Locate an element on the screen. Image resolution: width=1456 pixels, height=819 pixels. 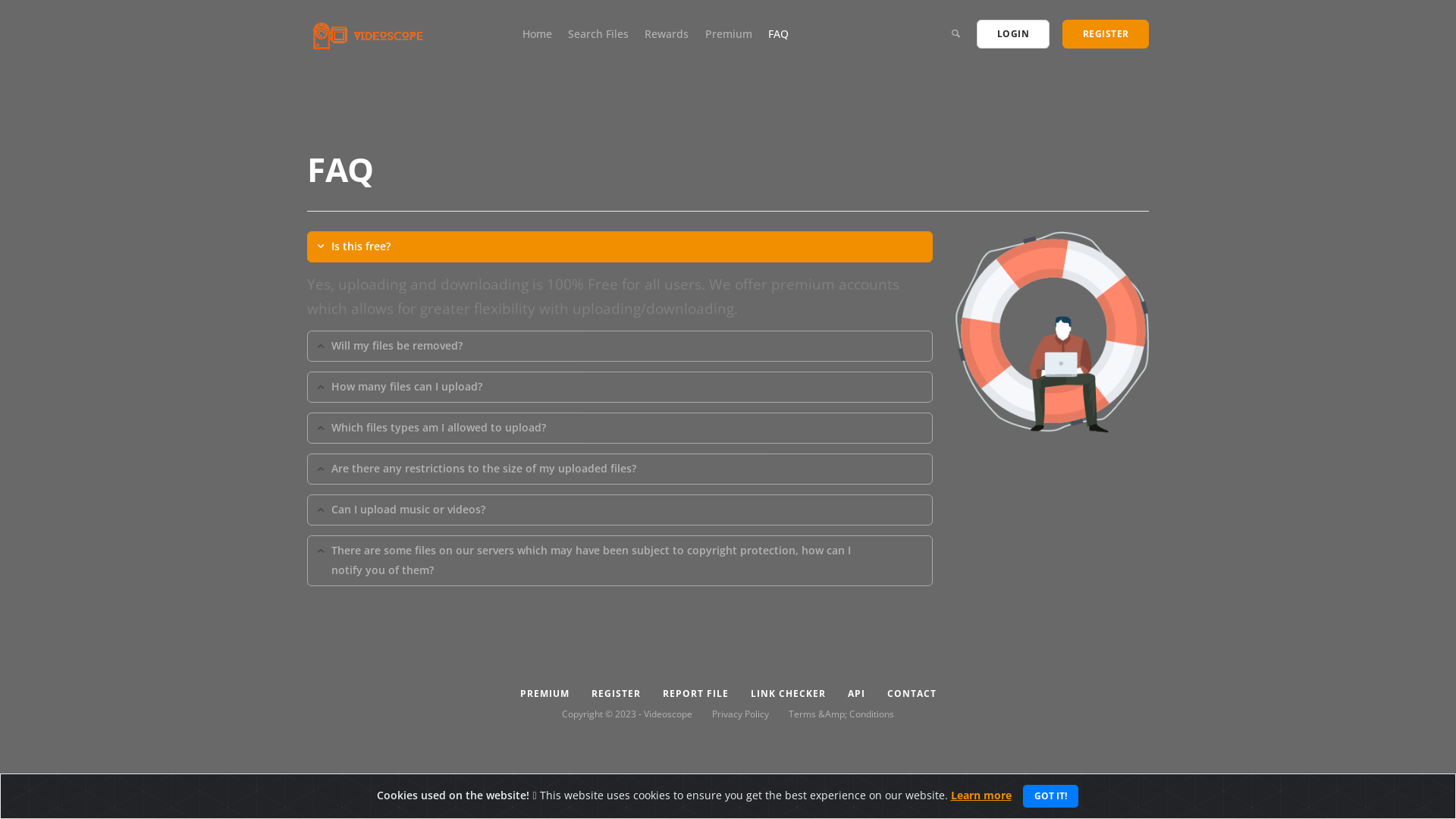
'LOGIN' is located at coordinates (1012, 34).